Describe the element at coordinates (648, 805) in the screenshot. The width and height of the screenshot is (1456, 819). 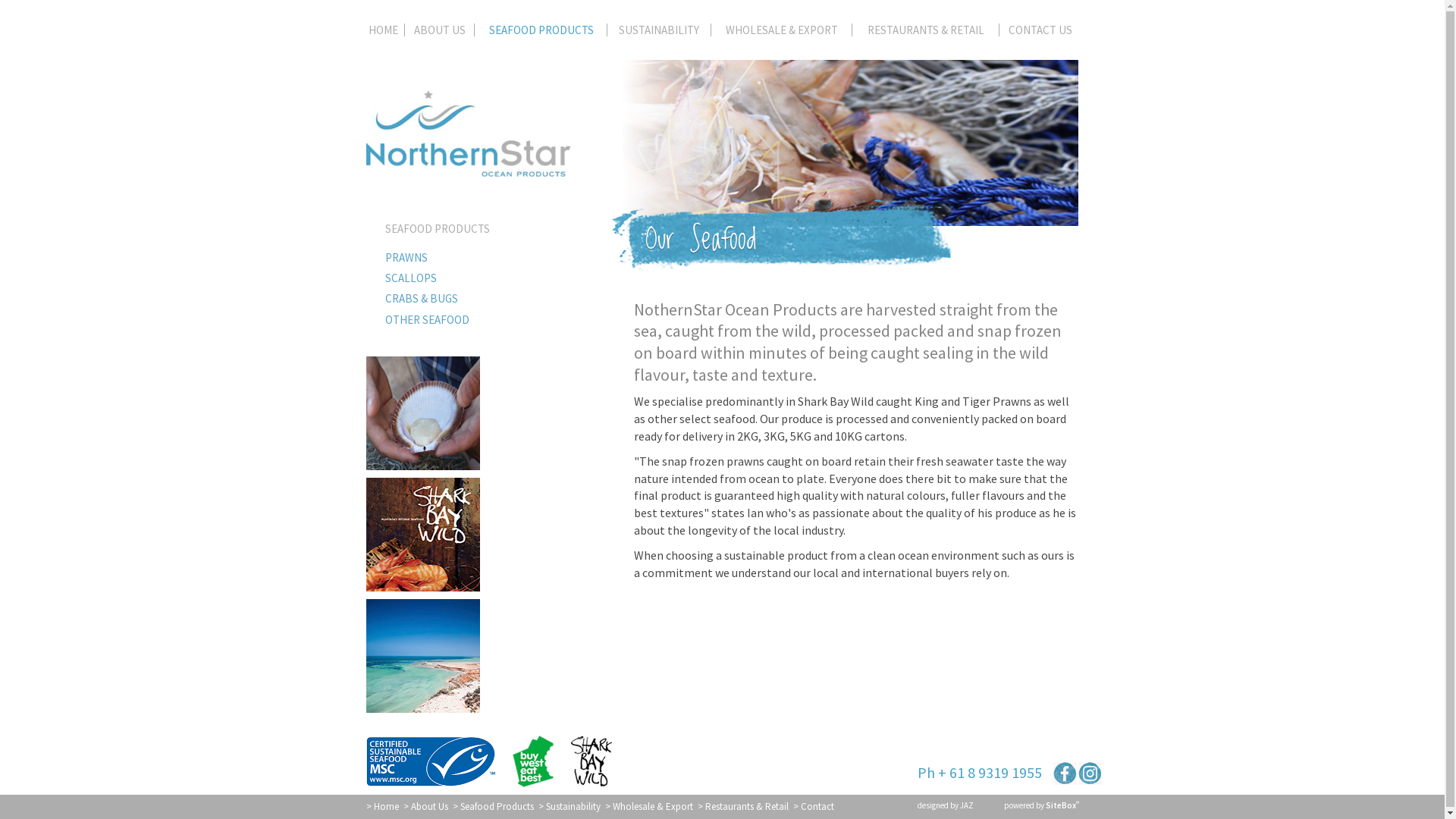
I see `'> Wholesale & Export'` at that location.